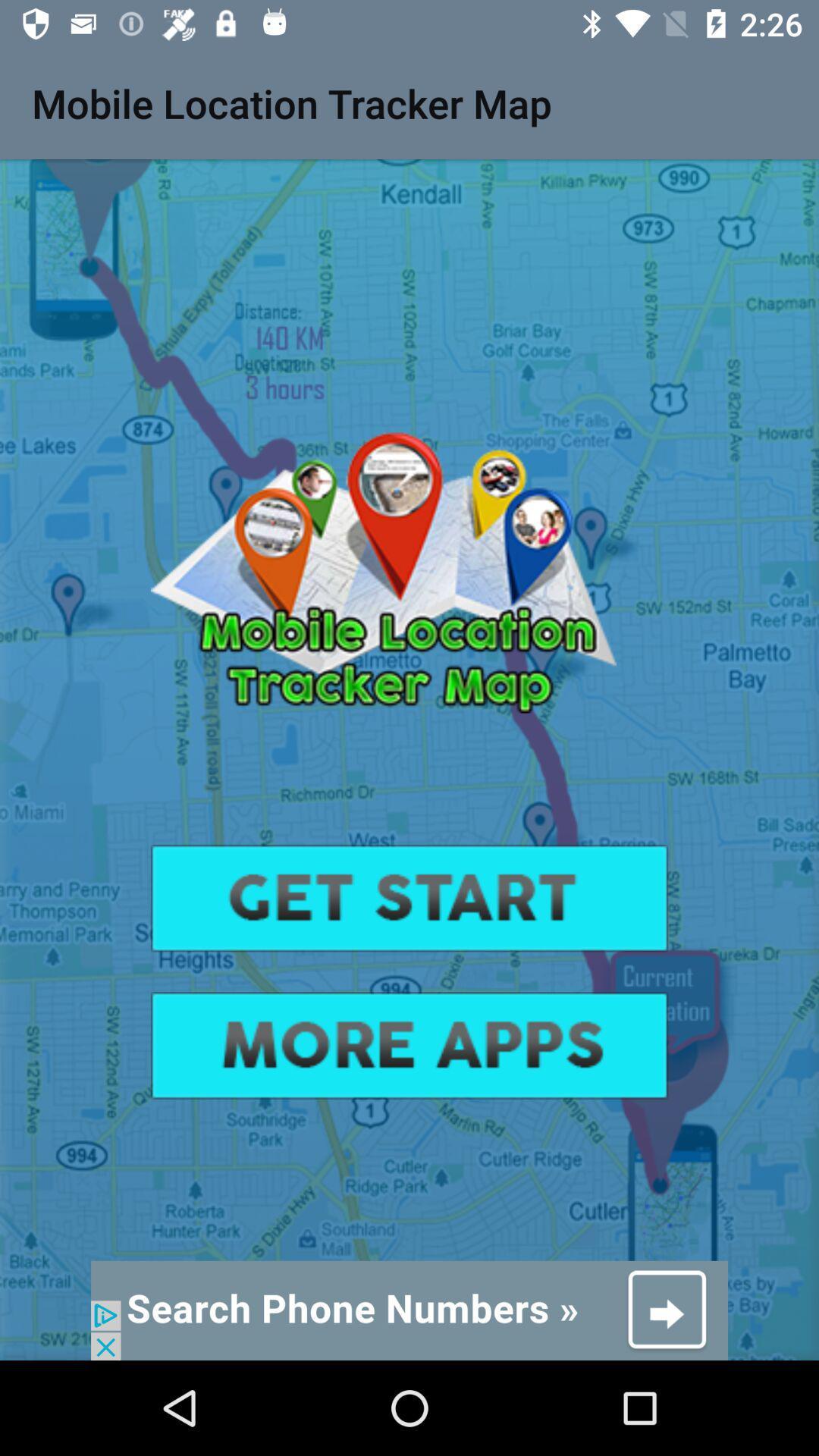  Describe the element at coordinates (409, 1044) in the screenshot. I see `advatisment` at that location.